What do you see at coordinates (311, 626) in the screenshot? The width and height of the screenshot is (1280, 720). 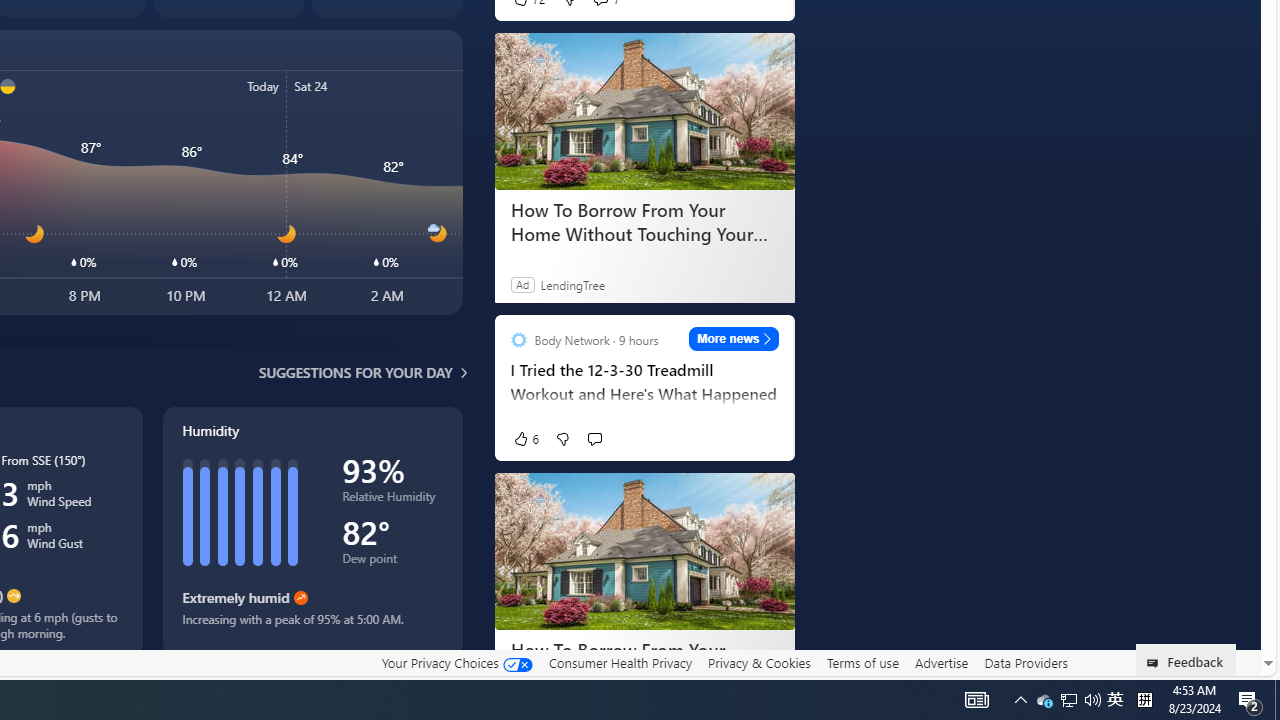 I see `'Increasing with a peak of 95% at 5:00 AM.'` at bounding box center [311, 626].